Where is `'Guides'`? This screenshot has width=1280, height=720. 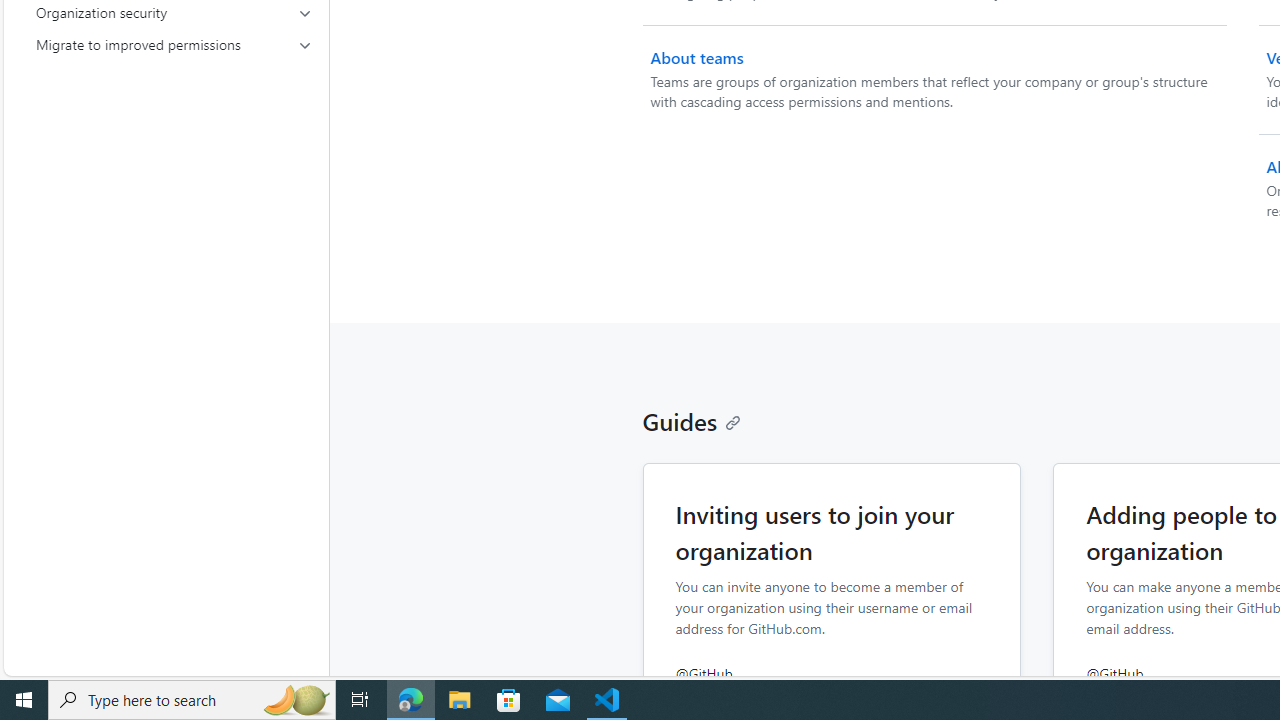
'Guides' is located at coordinates (692, 419).